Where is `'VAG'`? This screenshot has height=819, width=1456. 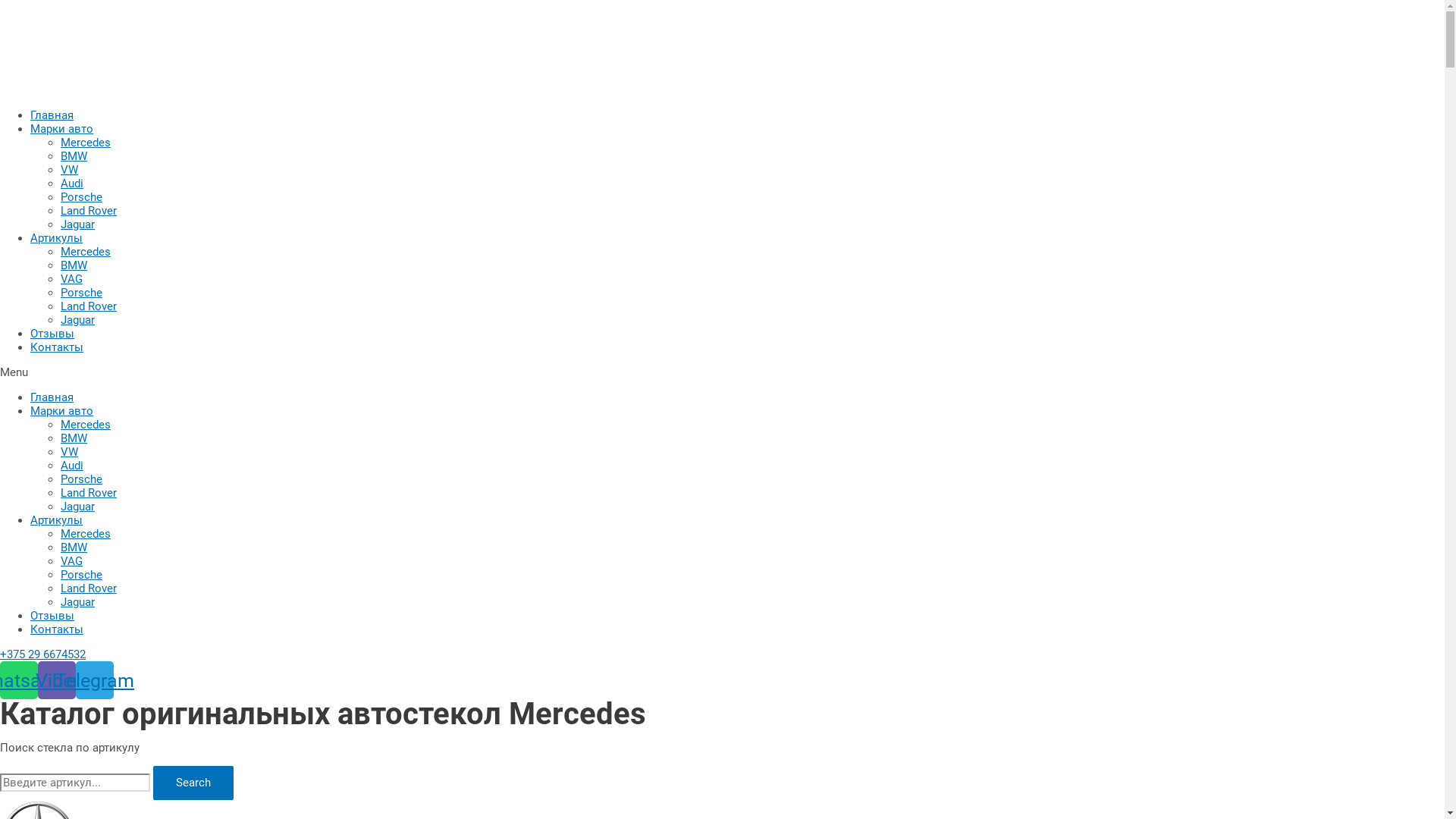 'VAG' is located at coordinates (61, 561).